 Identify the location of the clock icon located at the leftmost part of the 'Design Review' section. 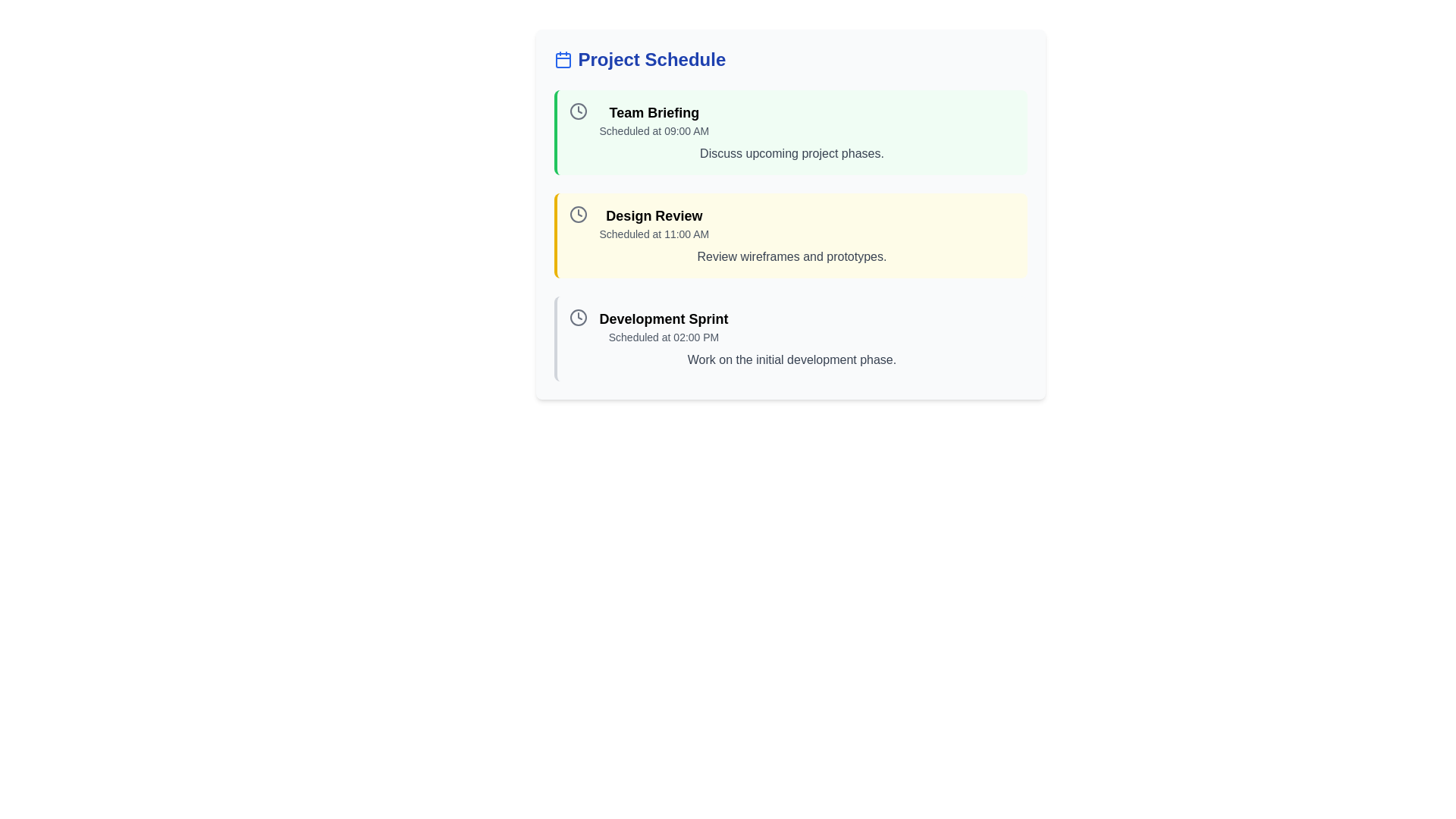
(577, 214).